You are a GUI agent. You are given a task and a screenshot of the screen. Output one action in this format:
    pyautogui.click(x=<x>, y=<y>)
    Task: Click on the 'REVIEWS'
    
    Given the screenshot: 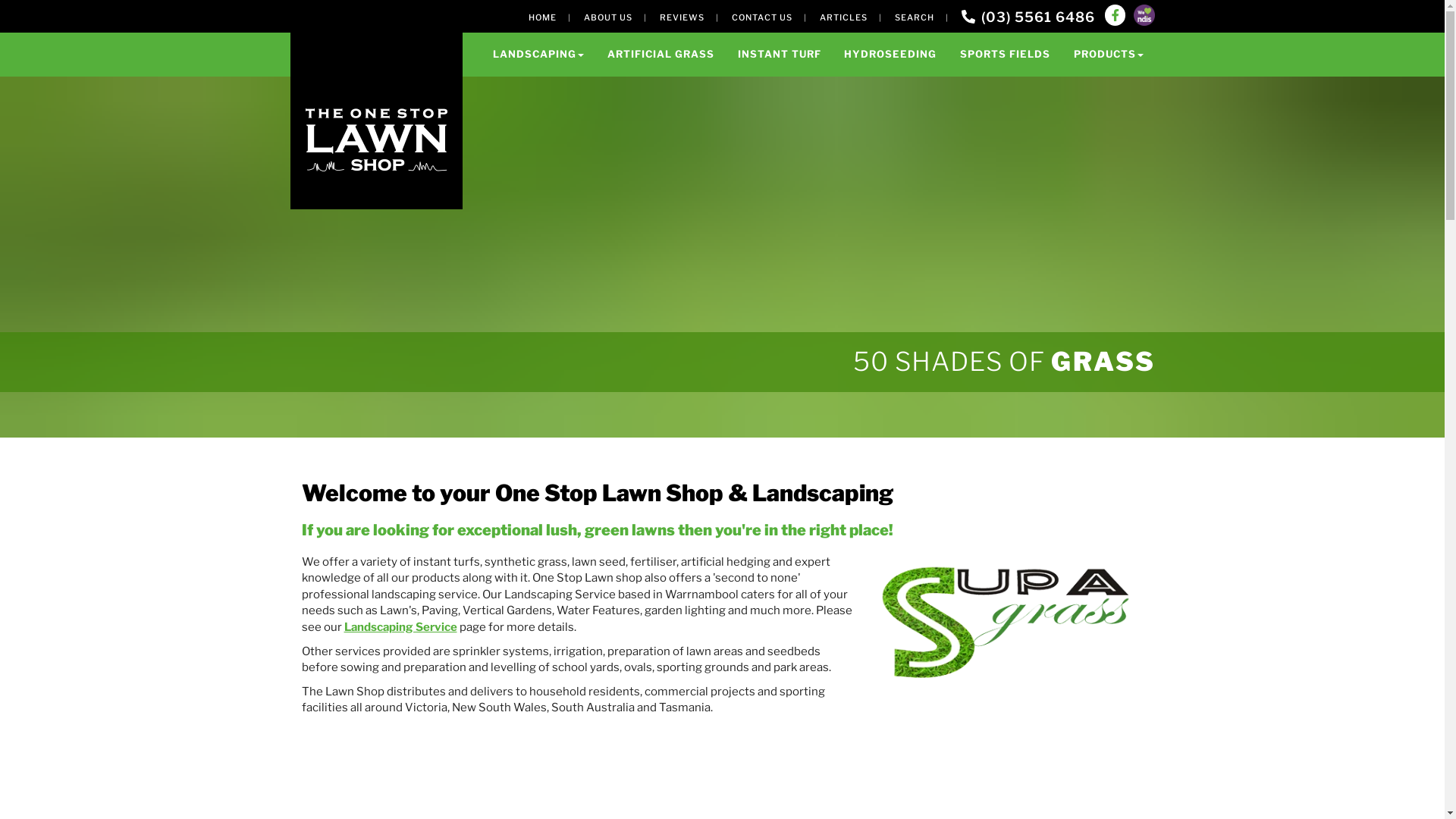 What is the action you would take?
    pyautogui.click(x=681, y=17)
    